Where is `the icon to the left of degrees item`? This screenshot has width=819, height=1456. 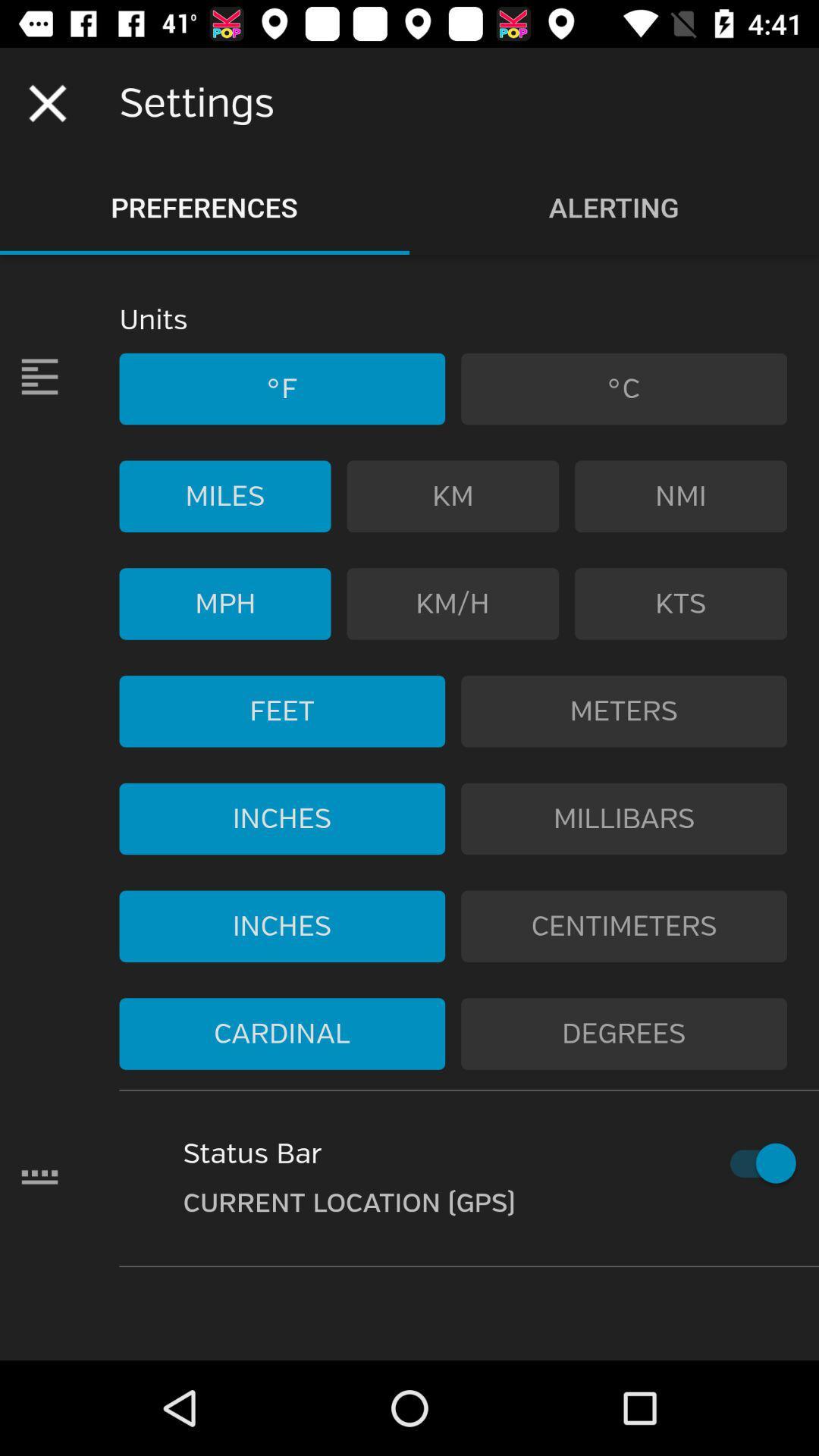
the icon to the left of degrees item is located at coordinates (282, 1033).